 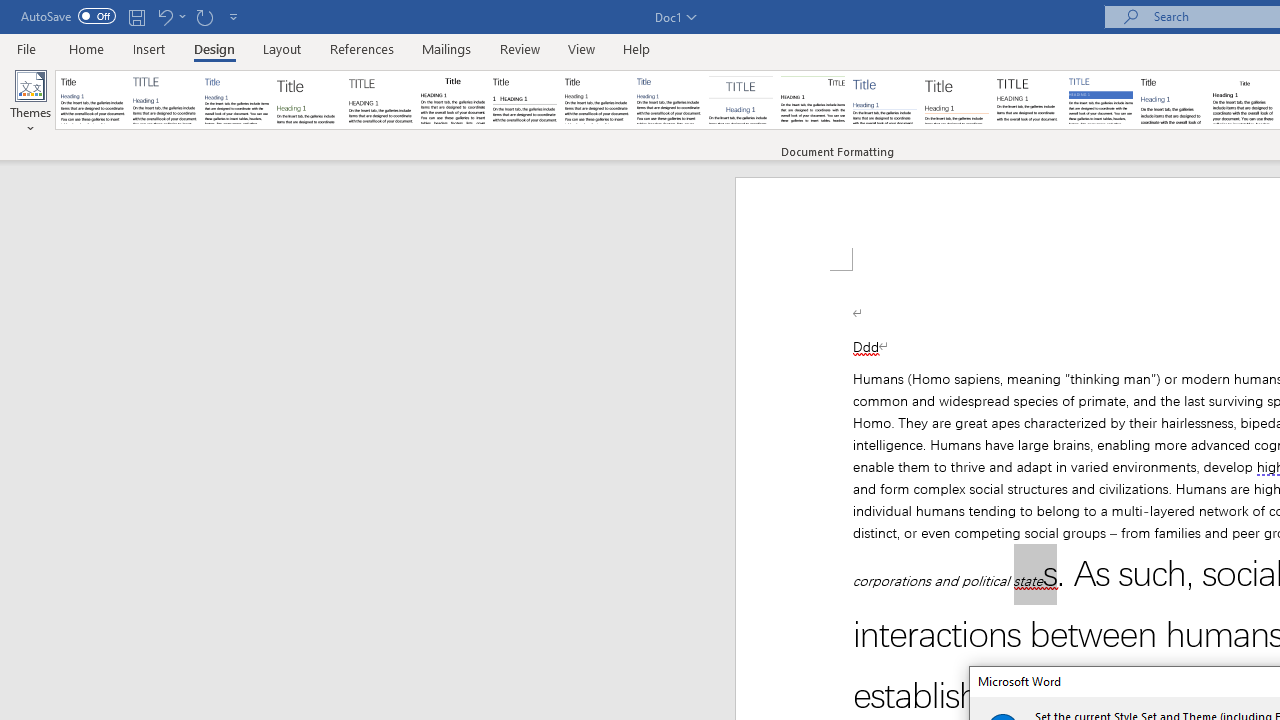 What do you see at coordinates (164, 16) in the screenshot?
I see `'Undo Apply Quick Style Set'` at bounding box center [164, 16].